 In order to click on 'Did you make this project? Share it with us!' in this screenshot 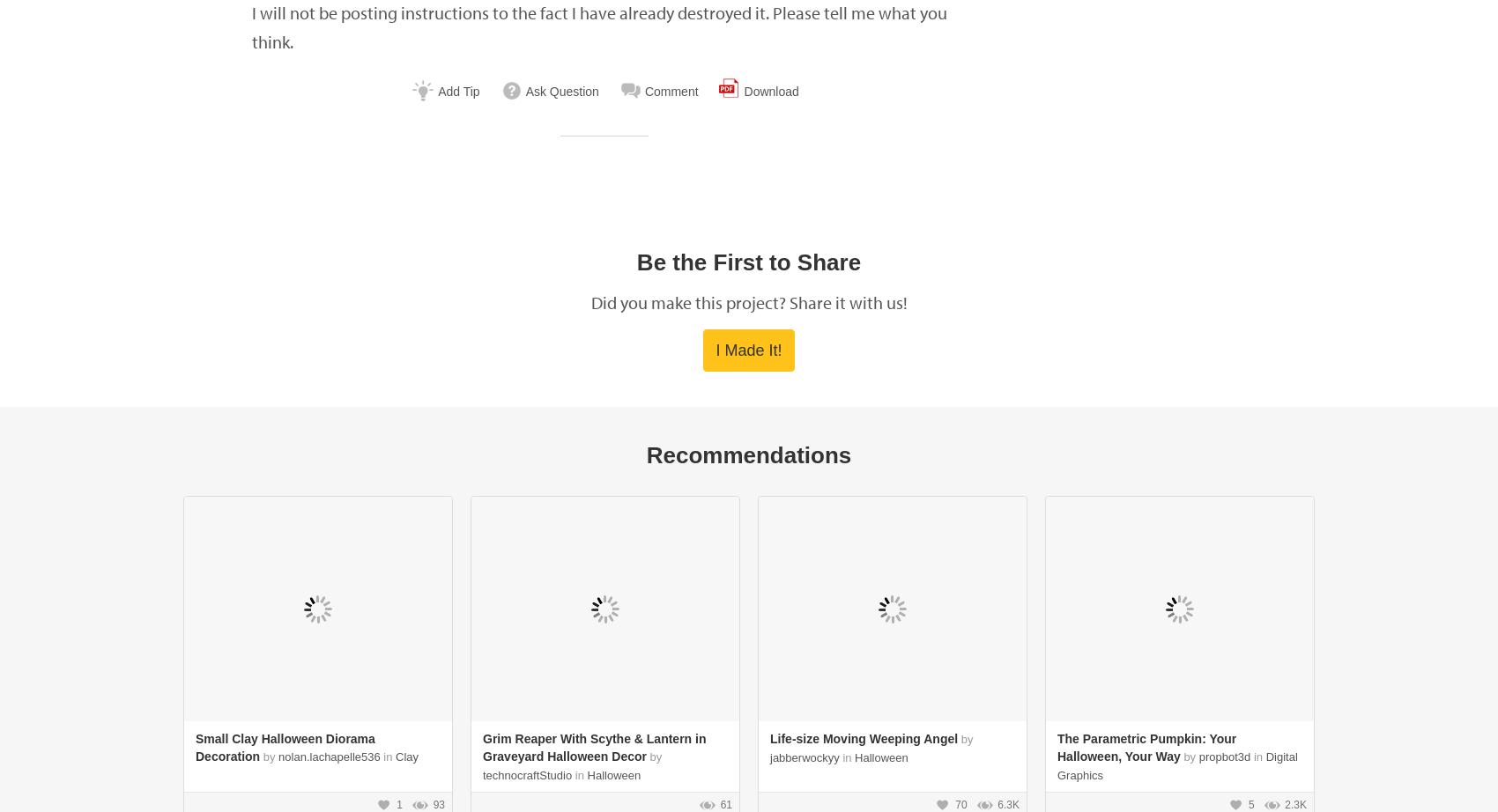, I will do `click(747, 301)`.